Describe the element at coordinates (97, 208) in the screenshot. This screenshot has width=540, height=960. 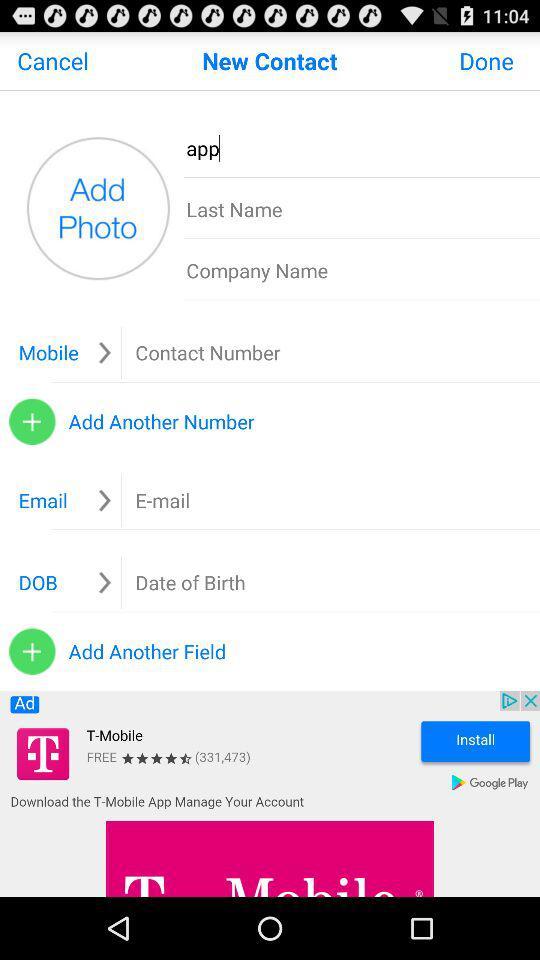
I see `photo profile button` at that location.